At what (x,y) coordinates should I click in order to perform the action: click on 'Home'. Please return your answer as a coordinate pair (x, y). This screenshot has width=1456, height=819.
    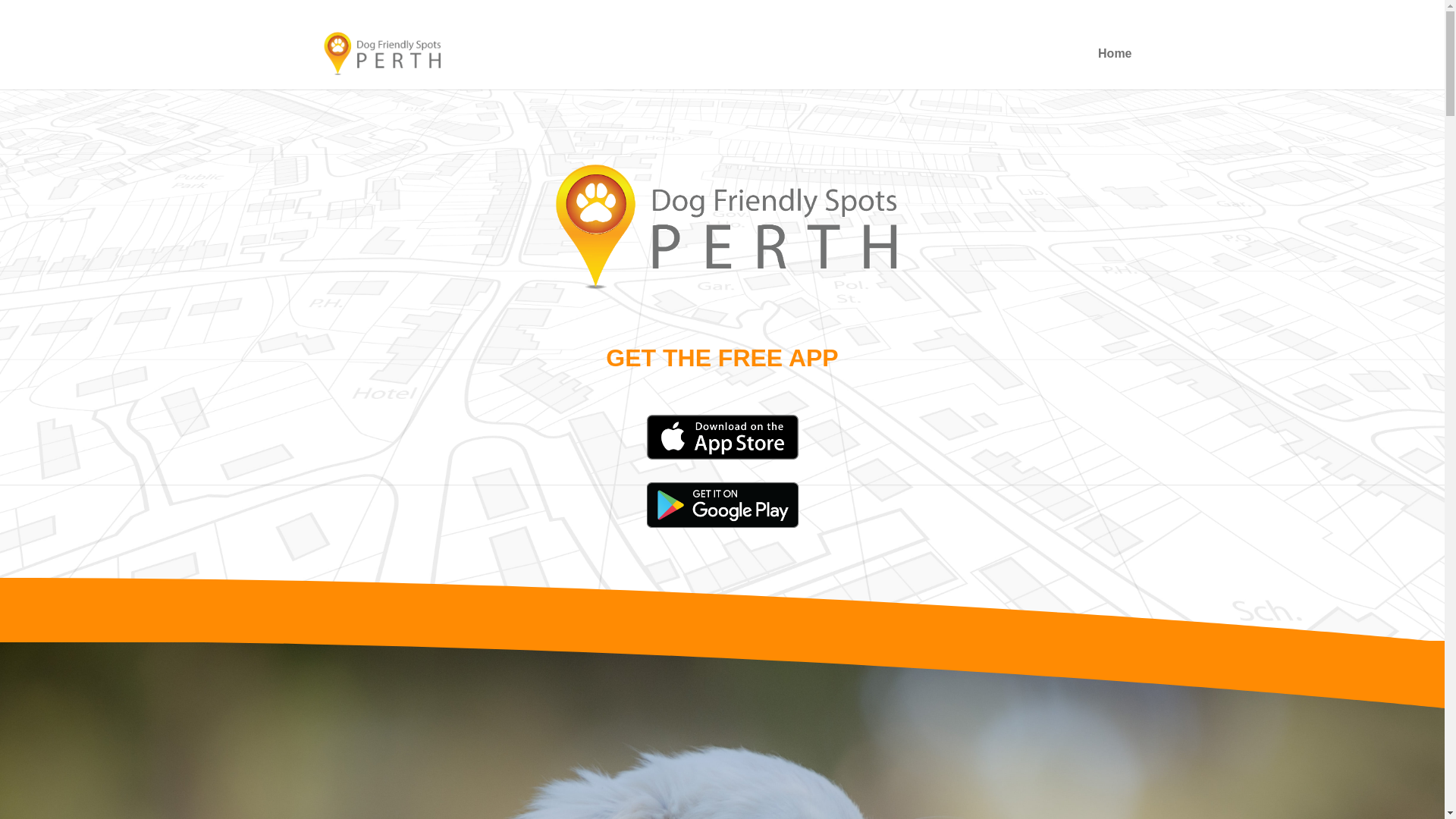
    Looking at the image, I should click on (1114, 69).